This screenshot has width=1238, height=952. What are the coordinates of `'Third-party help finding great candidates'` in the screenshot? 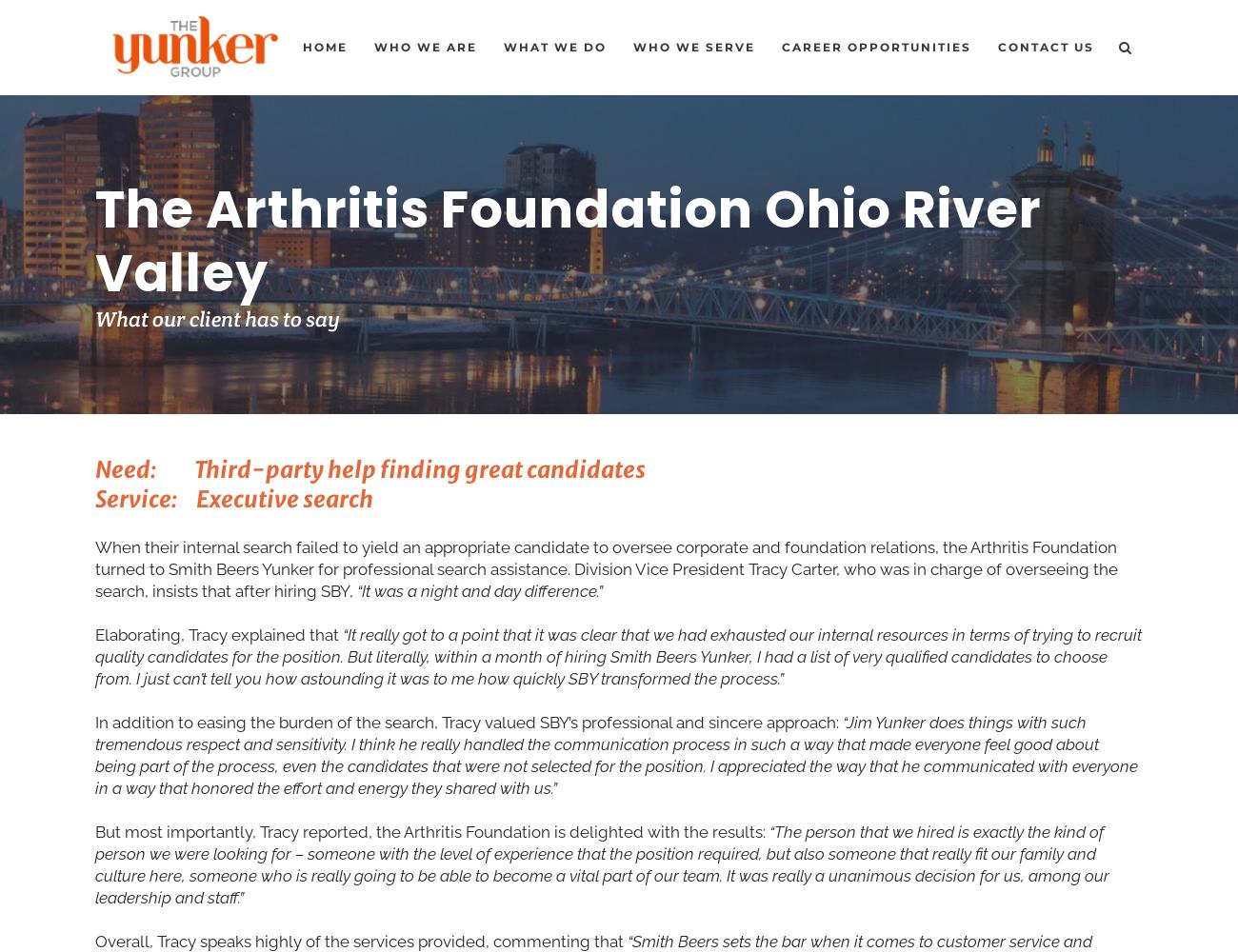 It's located at (418, 468).